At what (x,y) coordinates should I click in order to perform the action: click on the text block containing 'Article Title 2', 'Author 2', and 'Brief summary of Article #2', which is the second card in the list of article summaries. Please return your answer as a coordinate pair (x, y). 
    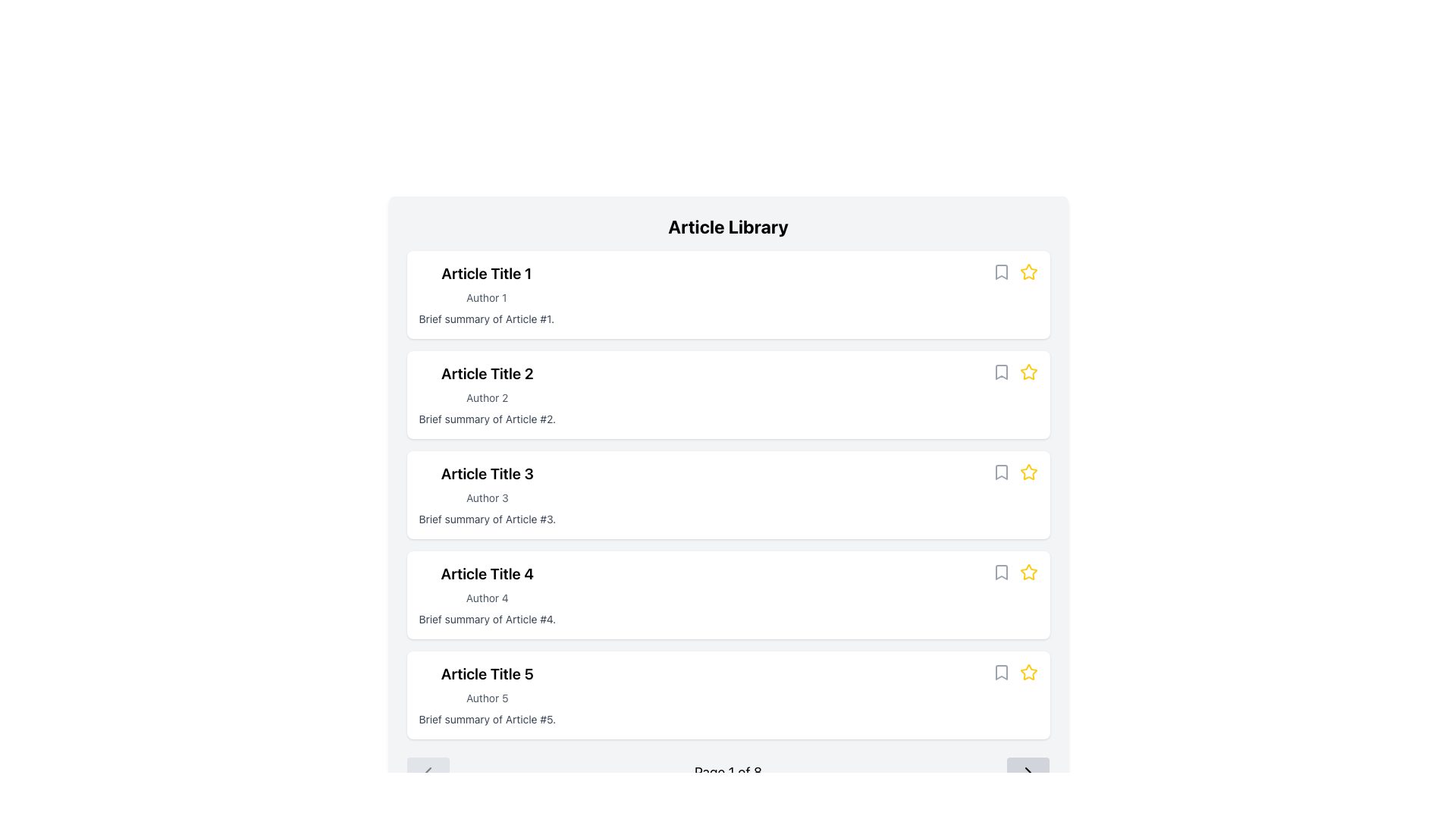
    Looking at the image, I should click on (487, 394).